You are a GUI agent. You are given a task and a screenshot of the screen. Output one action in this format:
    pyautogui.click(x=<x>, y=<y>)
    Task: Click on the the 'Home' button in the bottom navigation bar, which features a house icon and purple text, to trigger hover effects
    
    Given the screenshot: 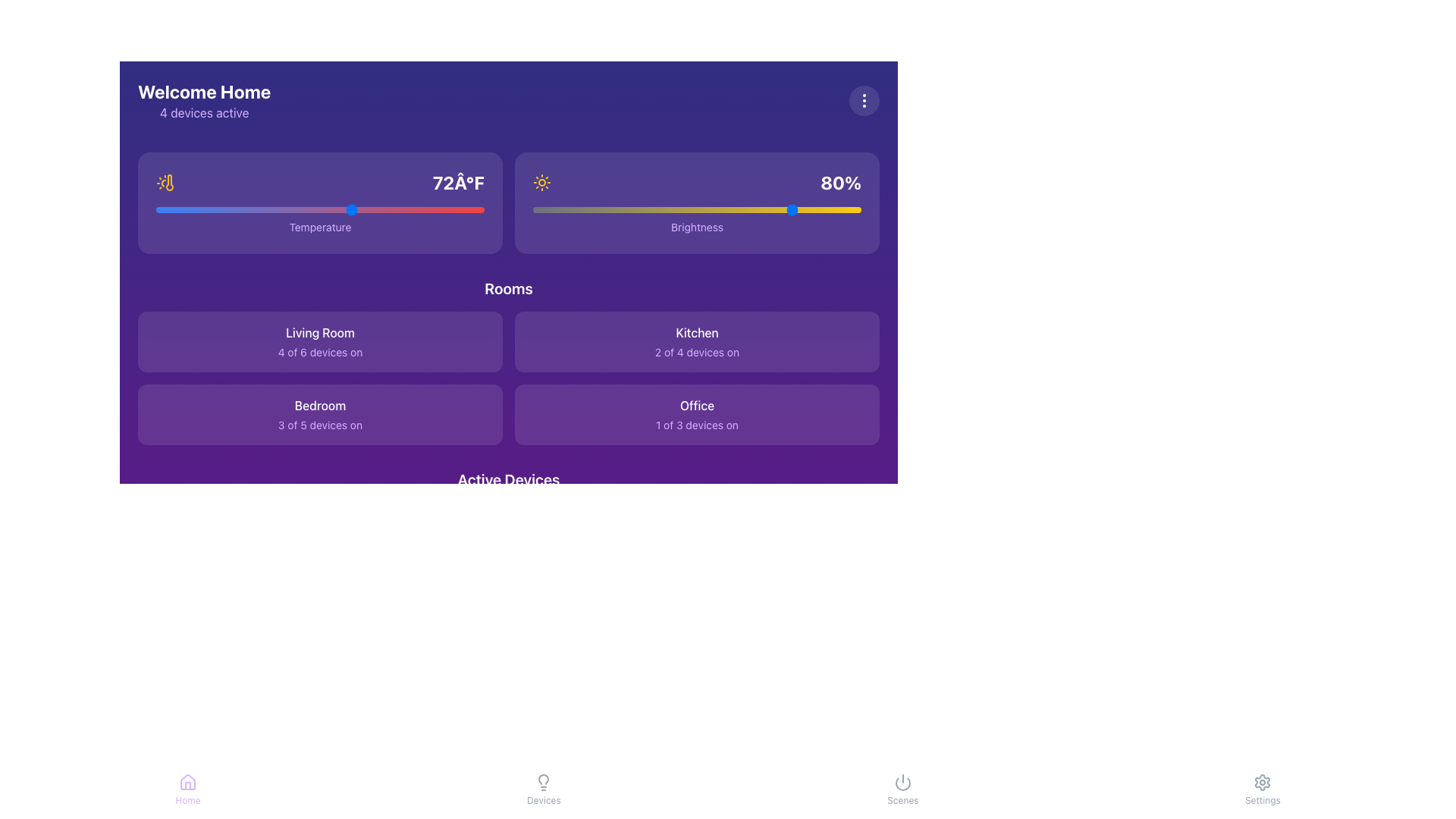 What is the action you would take?
    pyautogui.click(x=187, y=789)
    